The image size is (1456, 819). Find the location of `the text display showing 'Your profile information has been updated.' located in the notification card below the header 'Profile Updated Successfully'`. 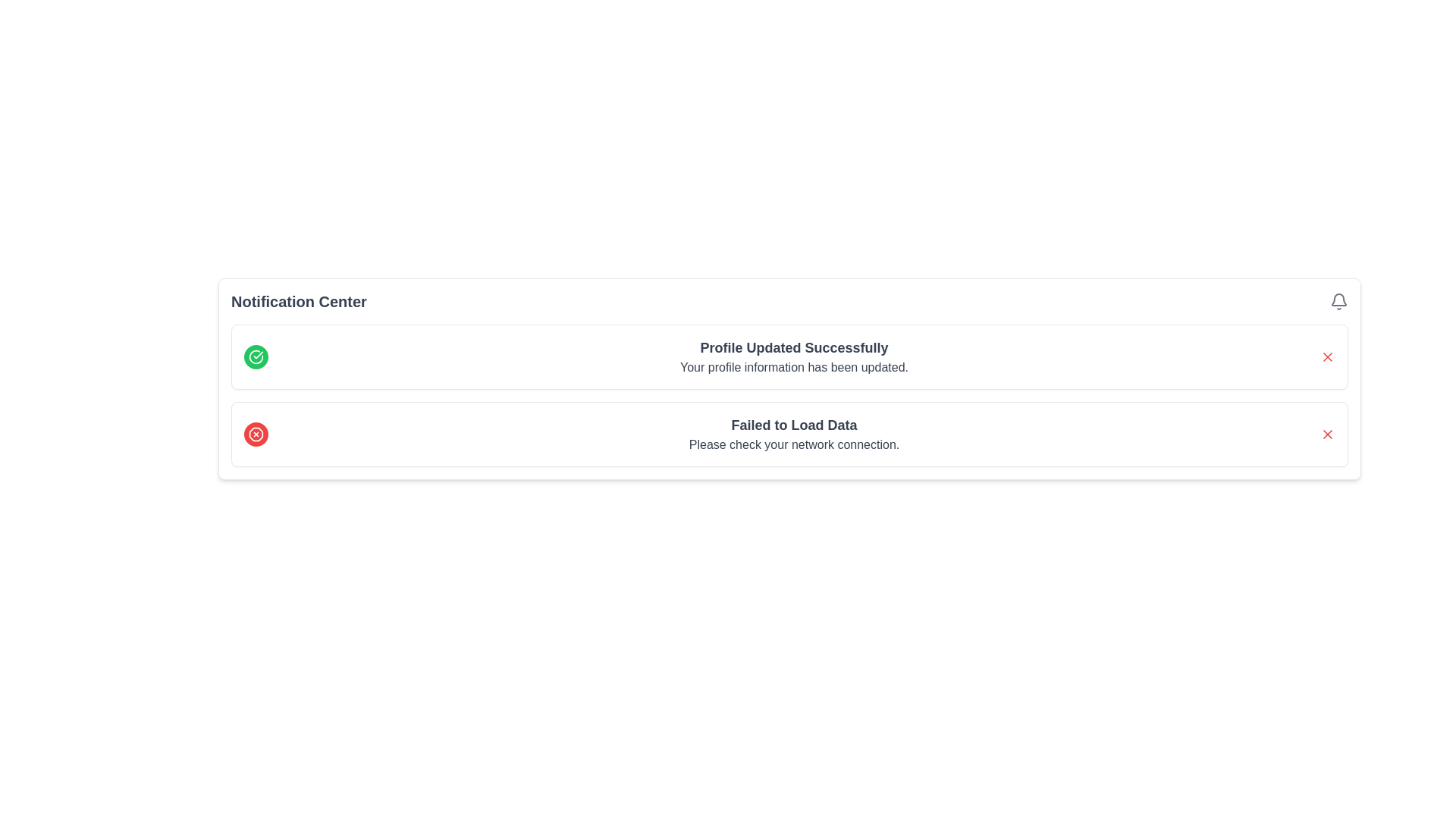

the text display showing 'Your profile information has been updated.' located in the notification card below the header 'Profile Updated Successfully' is located at coordinates (793, 368).